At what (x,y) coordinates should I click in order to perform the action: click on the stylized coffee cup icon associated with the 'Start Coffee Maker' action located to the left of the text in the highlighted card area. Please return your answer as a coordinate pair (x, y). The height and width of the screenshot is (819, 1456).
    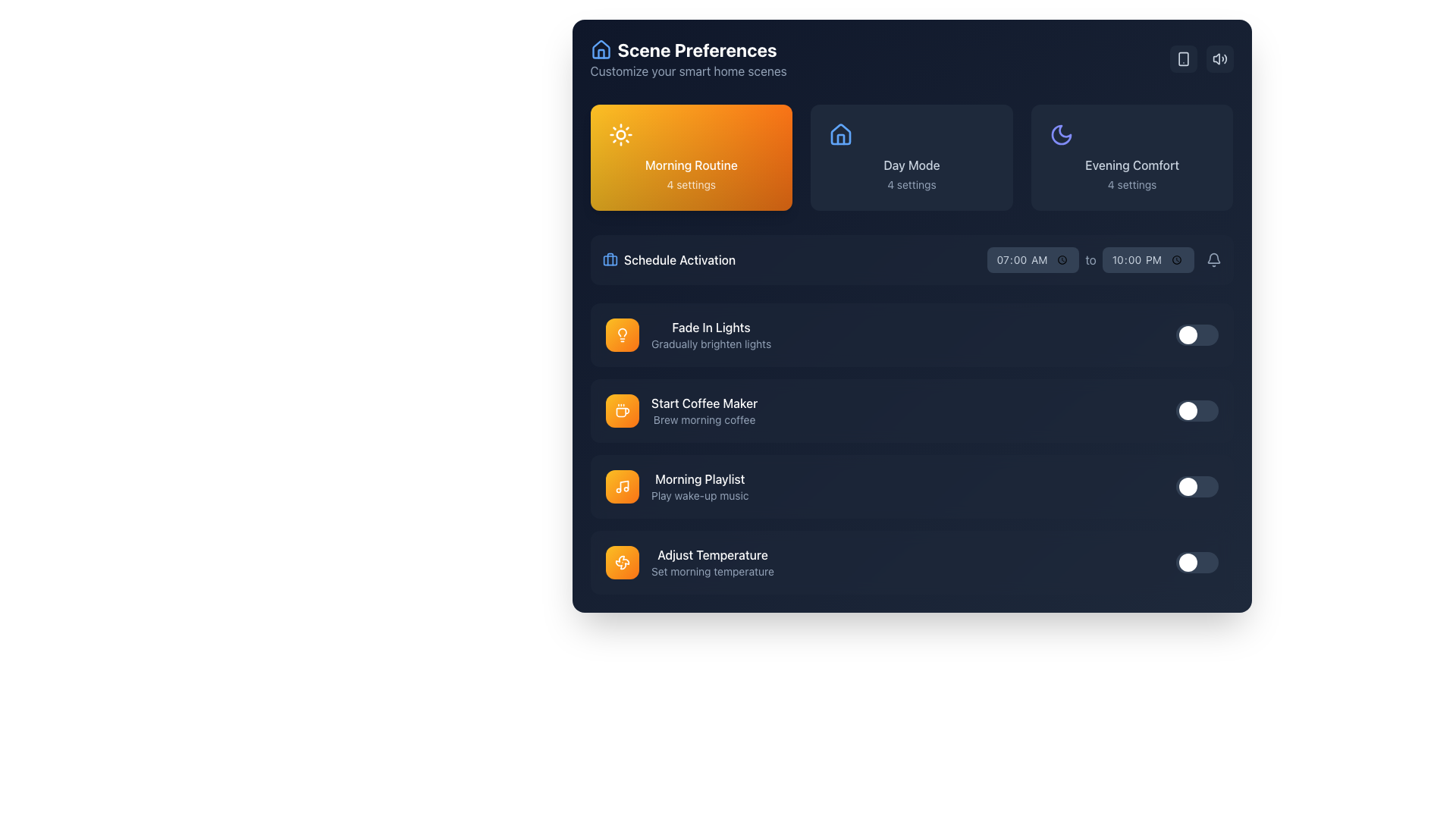
    Looking at the image, I should click on (622, 413).